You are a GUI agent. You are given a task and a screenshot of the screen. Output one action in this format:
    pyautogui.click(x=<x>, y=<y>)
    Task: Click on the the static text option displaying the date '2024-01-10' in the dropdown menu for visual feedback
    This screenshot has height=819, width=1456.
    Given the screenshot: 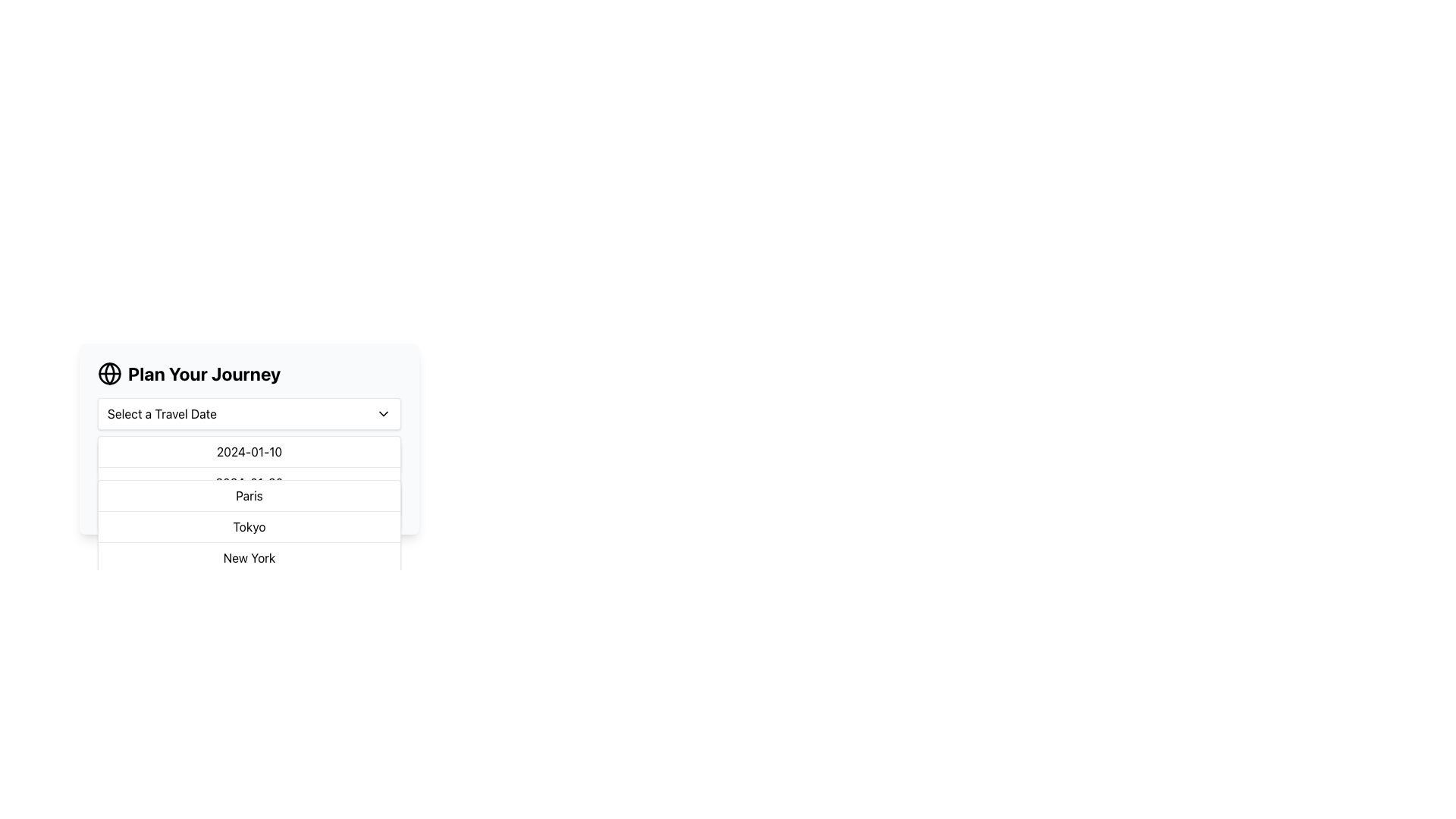 What is the action you would take?
    pyautogui.click(x=249, y=451)
    